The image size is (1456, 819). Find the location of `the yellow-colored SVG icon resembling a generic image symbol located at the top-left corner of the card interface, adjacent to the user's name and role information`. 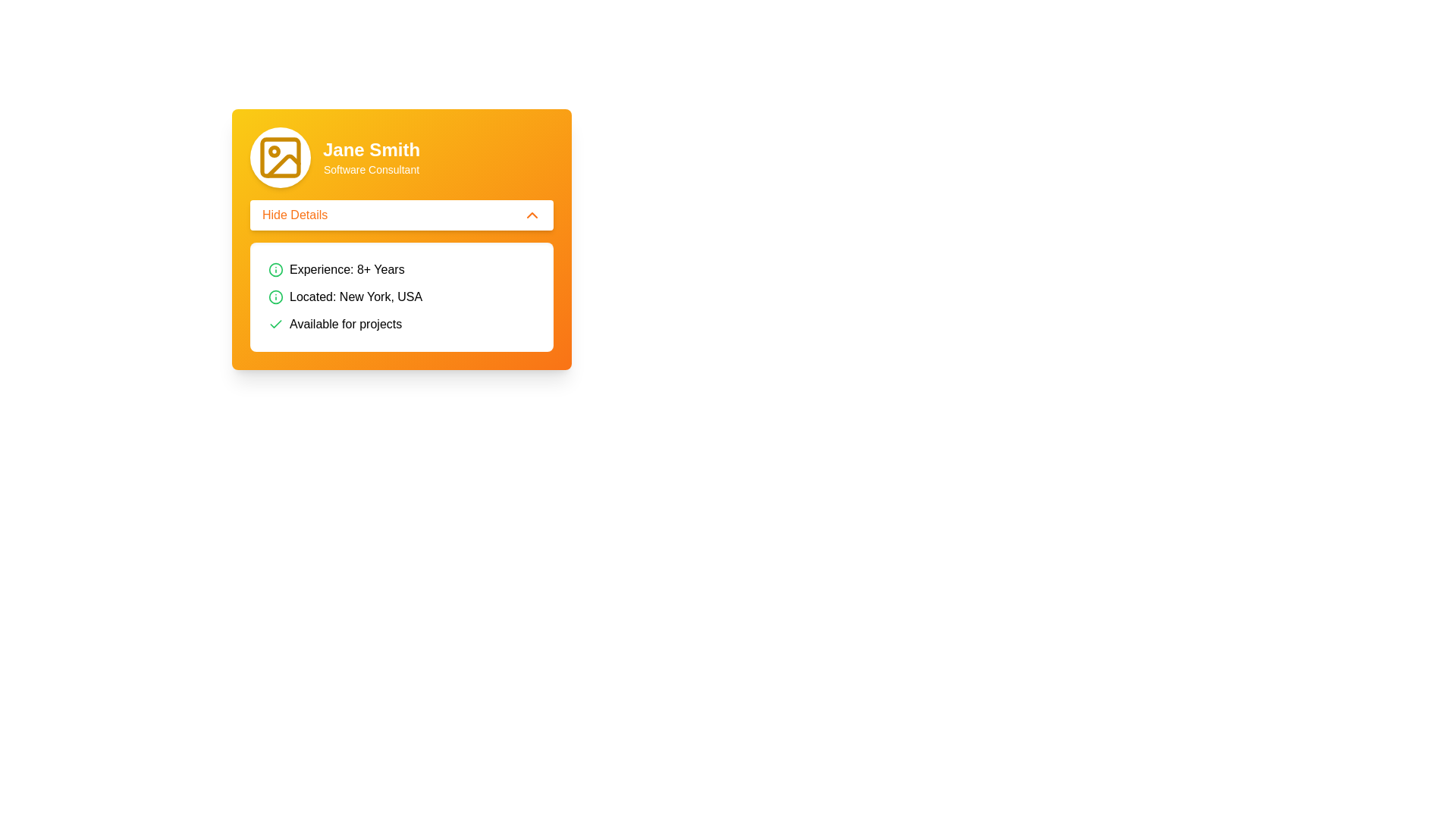

the yellow-colored SVG icon resembling a generic image symbol located at the top-left corner of the card interface, adjacent to the user's name and role information is located at coordinates (280, 158).